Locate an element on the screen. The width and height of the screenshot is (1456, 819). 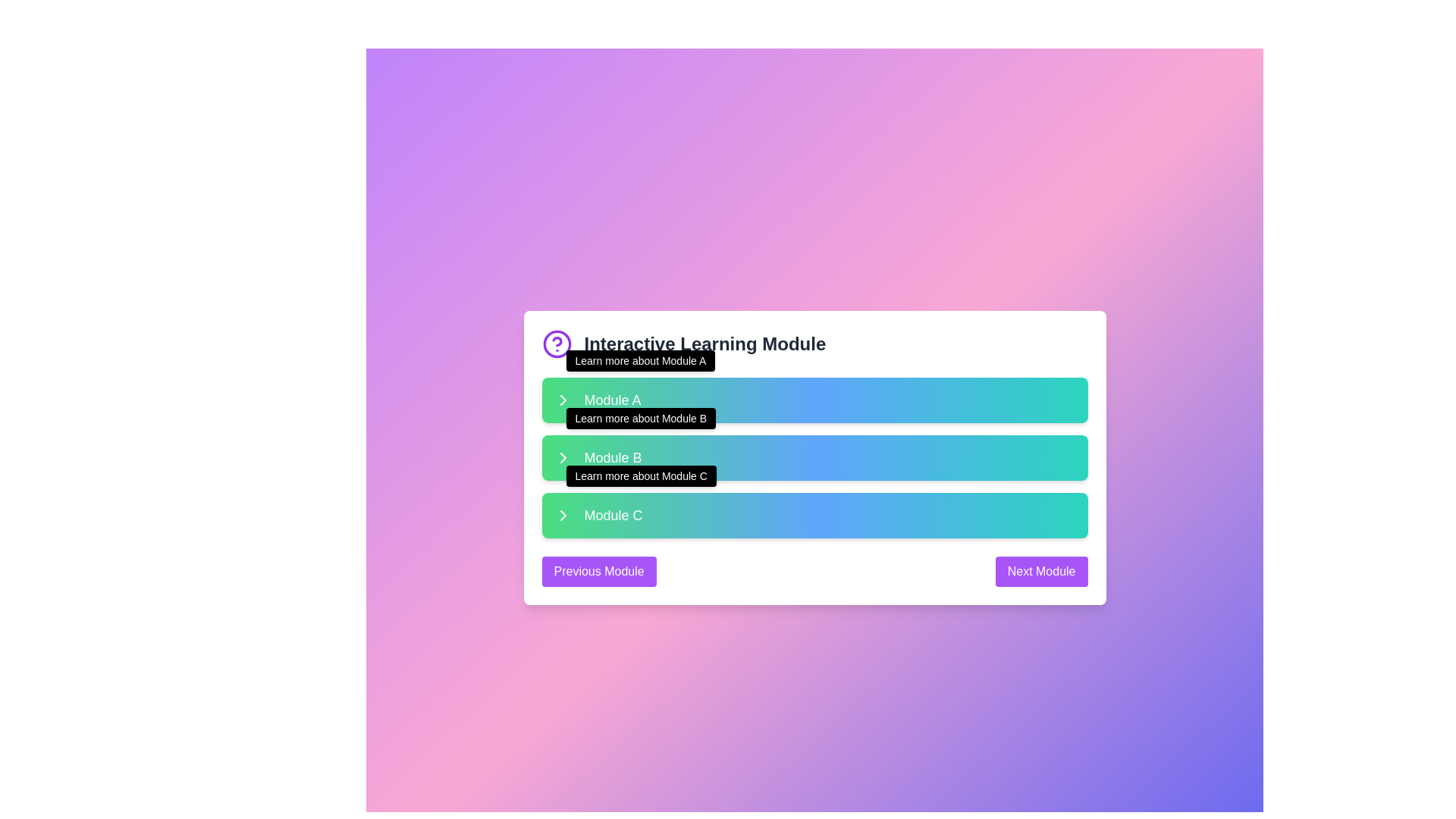
the interactive icon located at the left edge of the green gradient background rectangle containing the text 'Module A' is located at coordinates (562, 400).